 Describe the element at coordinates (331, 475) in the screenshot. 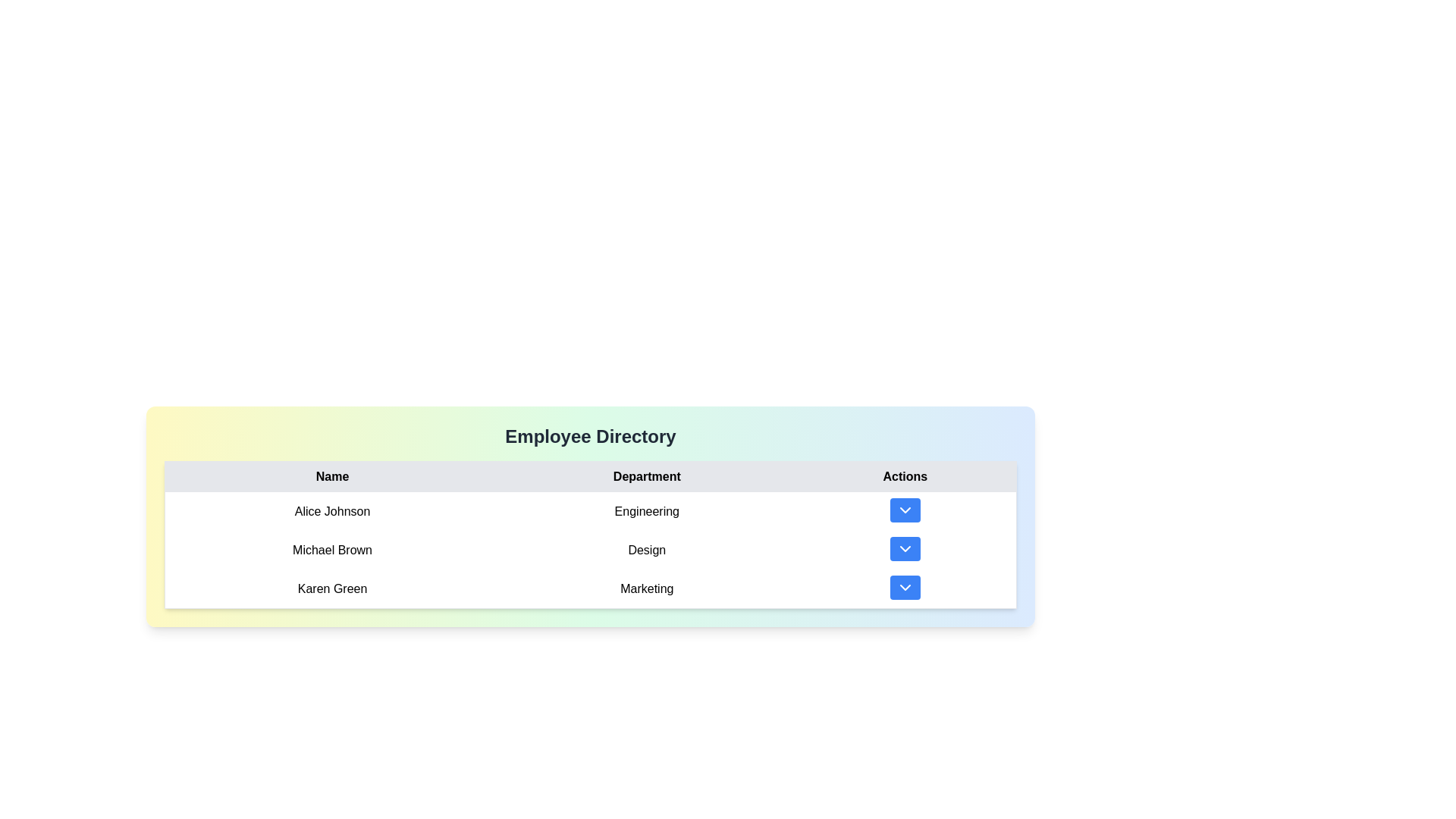

I see `the Text Label that serves as the label for the first column of the data table, located on the left side of the header row` at that location.